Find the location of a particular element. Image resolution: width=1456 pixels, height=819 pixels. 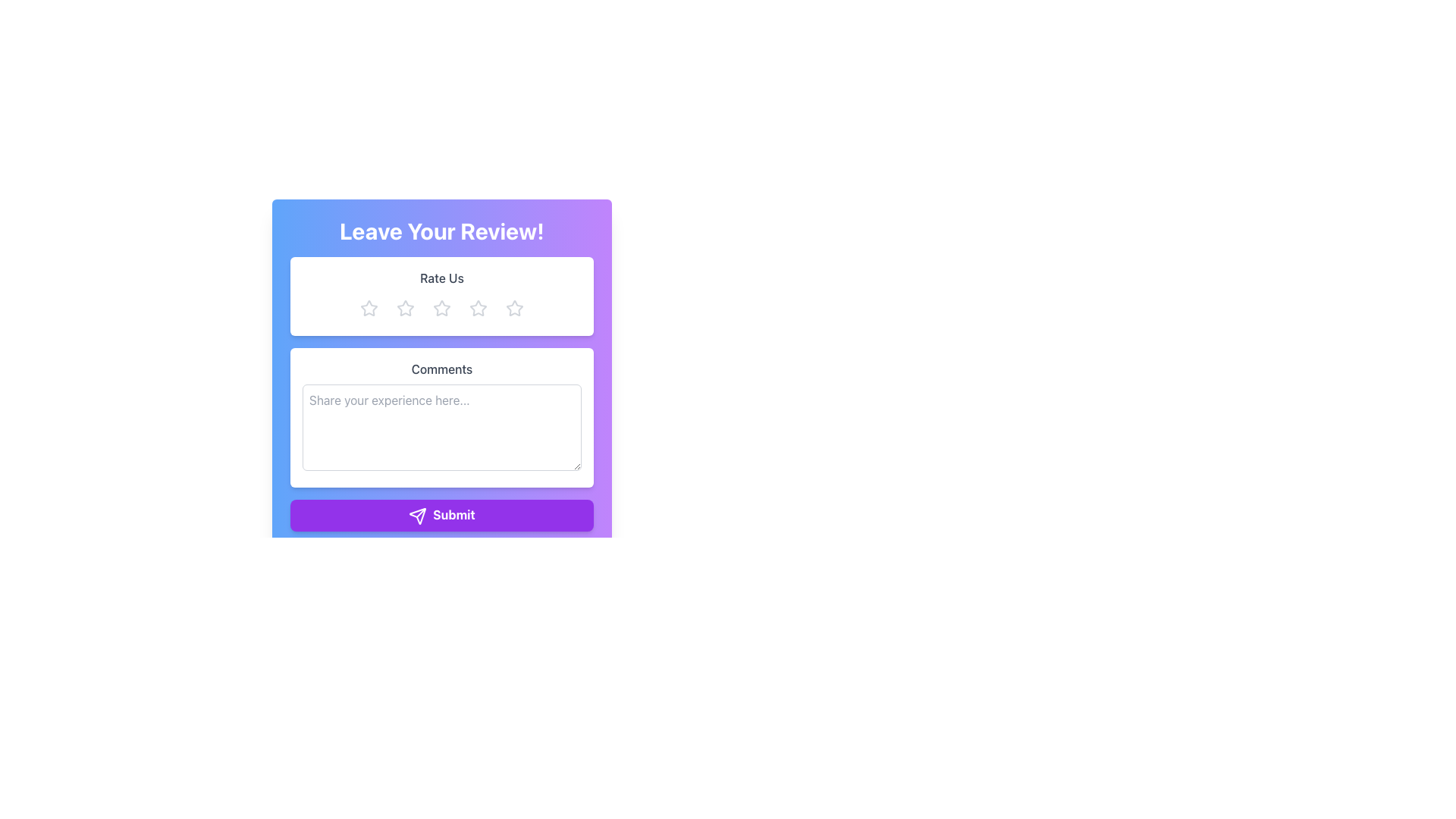

the icon that serves as a decorative component of the 'Submit' button at the bottom of the review submission form is located at coordinates (418, 515).